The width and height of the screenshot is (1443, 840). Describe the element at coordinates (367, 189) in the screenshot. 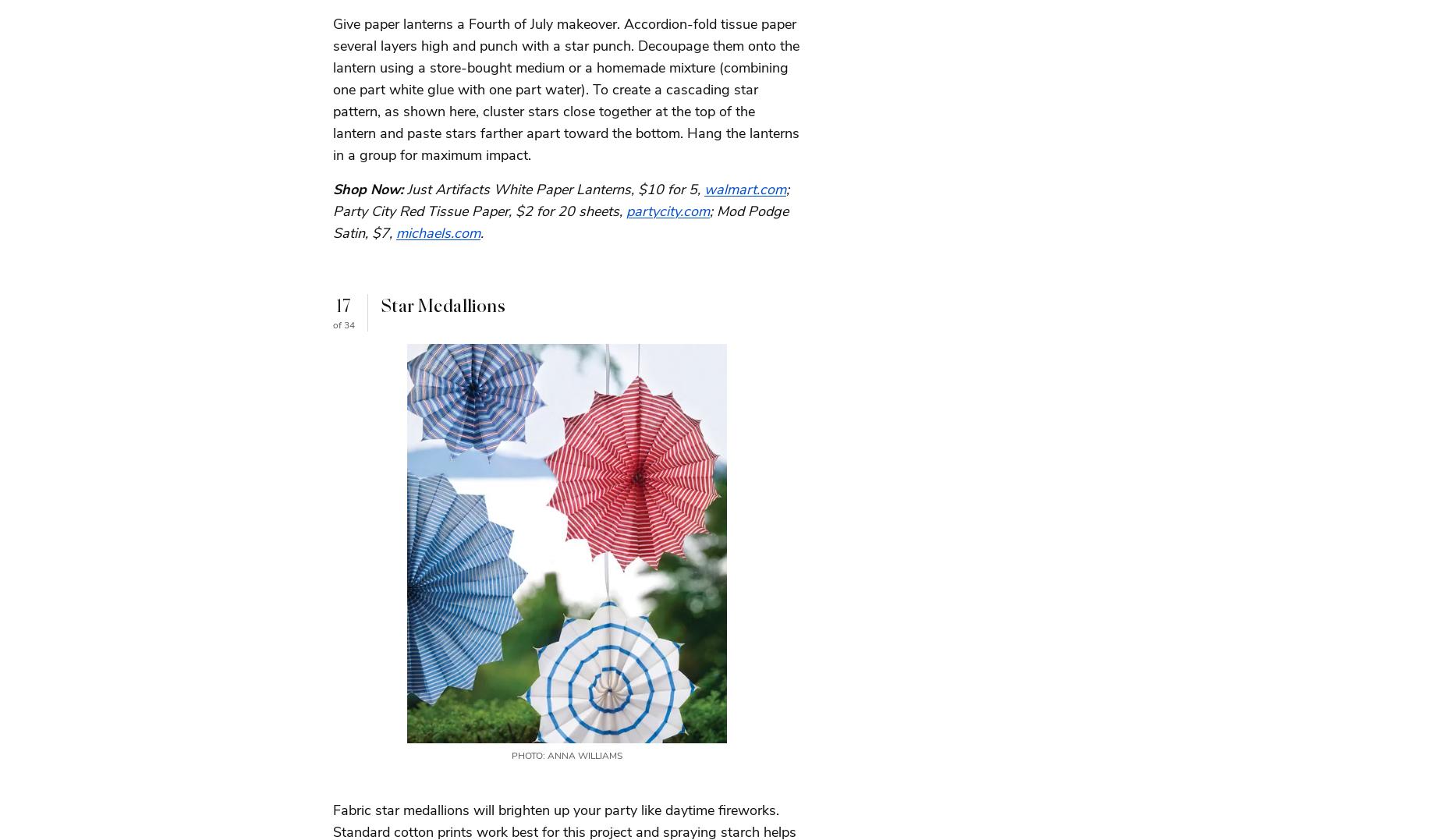

I see `'Shop Now:'` at that location.